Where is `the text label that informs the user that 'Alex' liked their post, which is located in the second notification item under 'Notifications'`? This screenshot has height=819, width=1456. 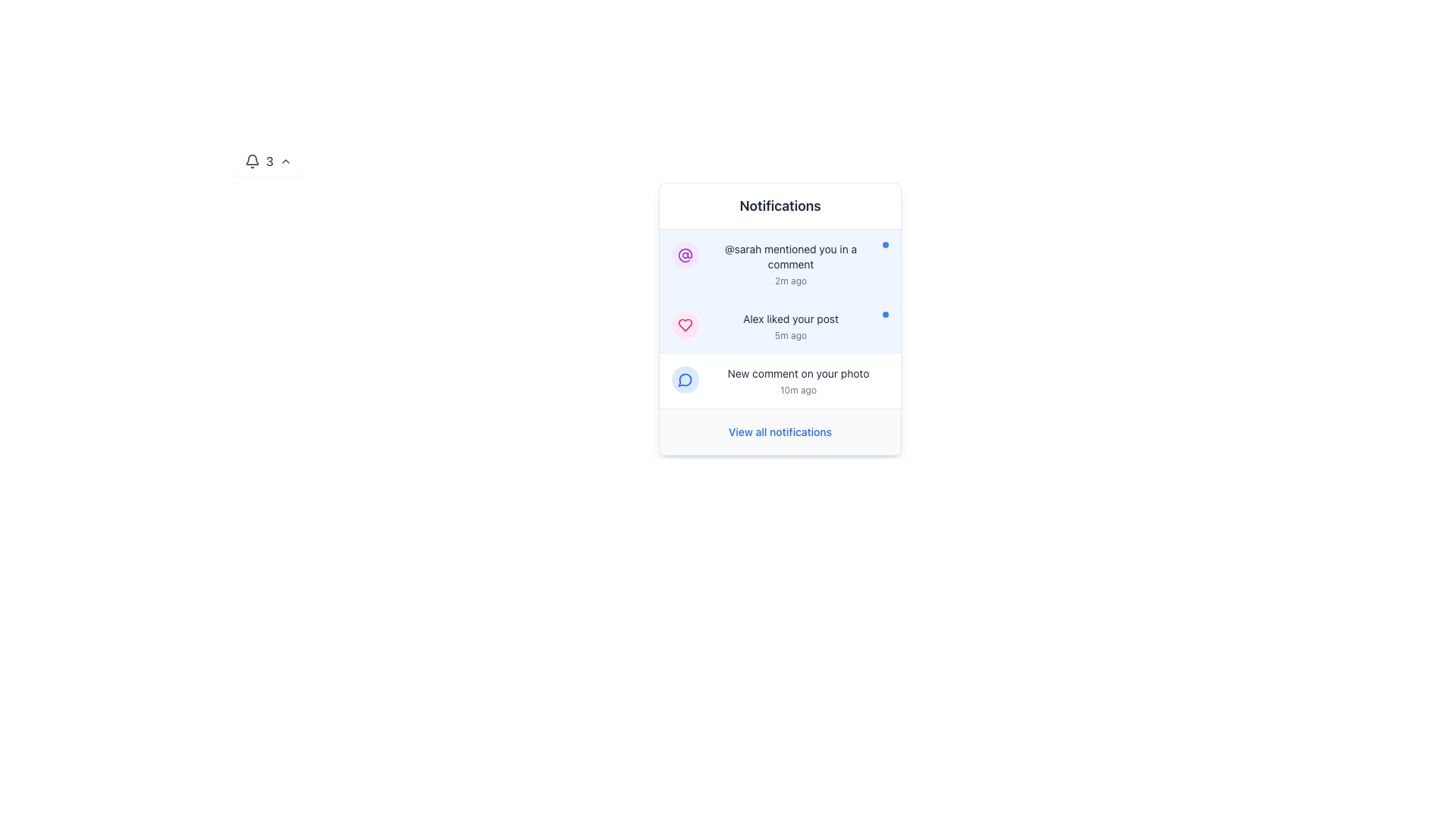 the text label that informs the user that 'Alex' liked their post, which is located in the second notification item under 'Notifications' is located at coordinates (789, 318).